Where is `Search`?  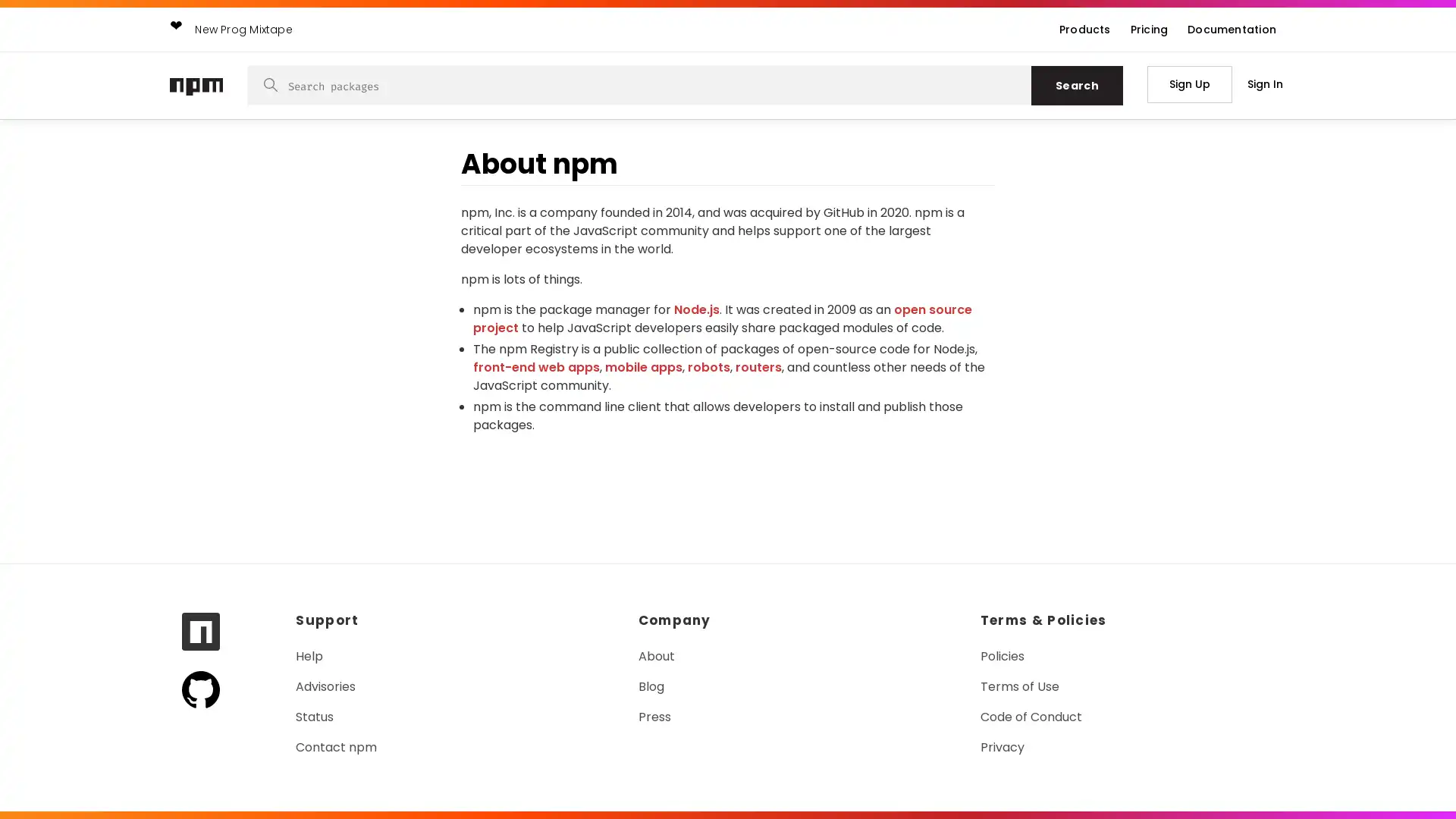 Search is located at coordinates (1076, 85).